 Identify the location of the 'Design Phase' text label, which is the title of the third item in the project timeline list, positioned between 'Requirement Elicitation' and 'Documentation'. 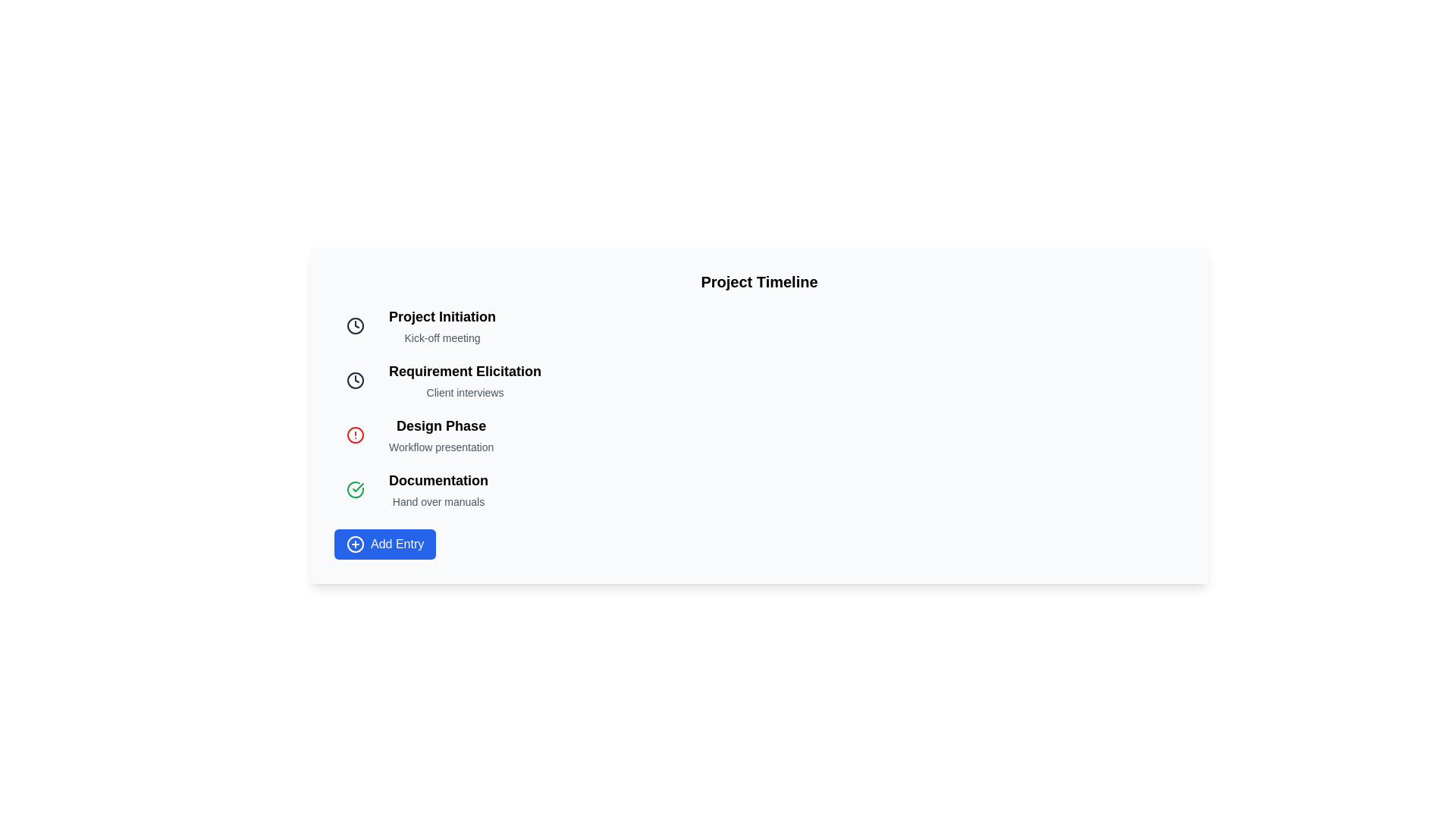
(441, 426).